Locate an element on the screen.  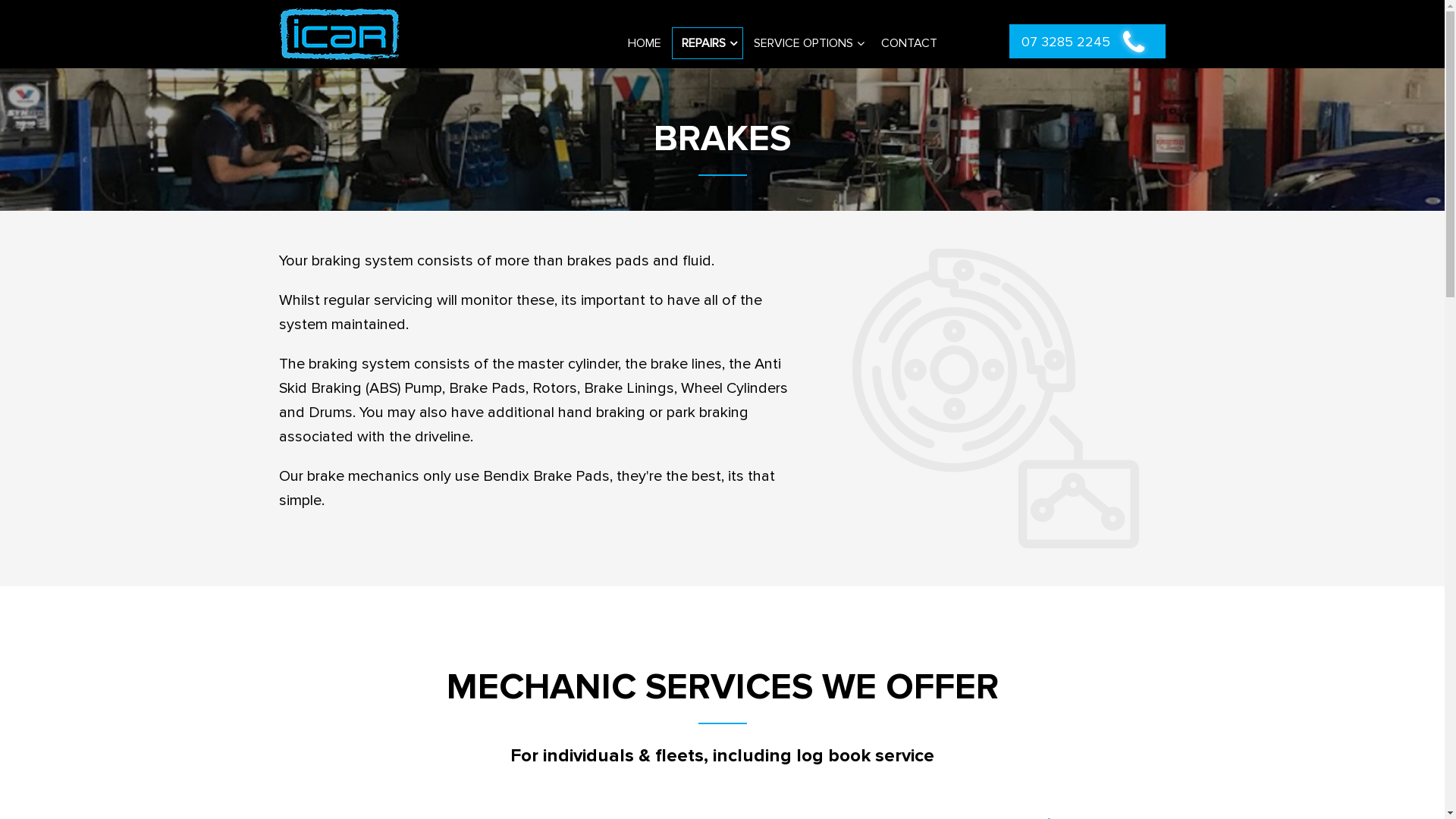
'SERVICE OPTIONS' is located at coordinates (743, 42).